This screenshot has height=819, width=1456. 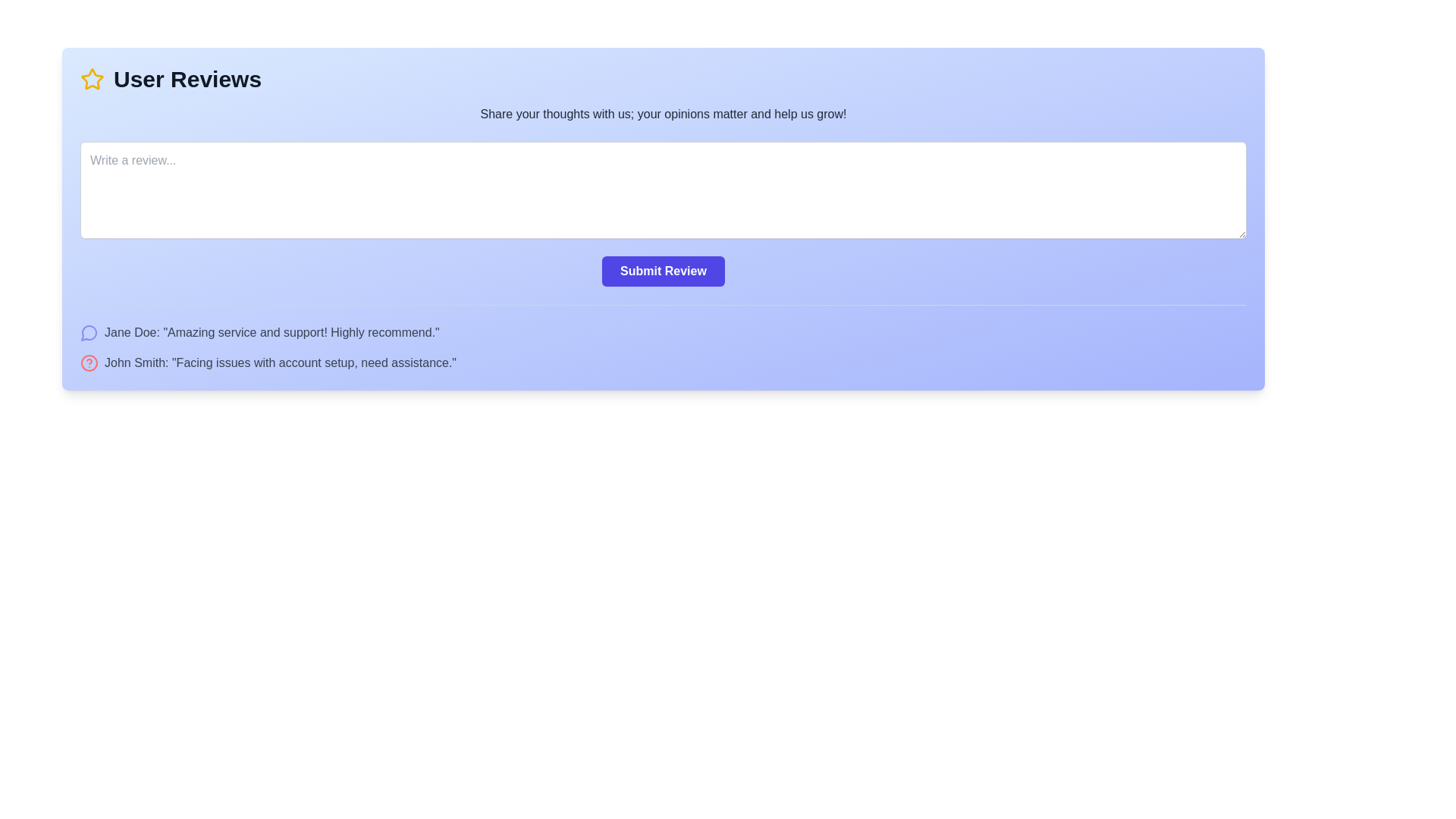 What do you see at coordinates (88, 332) in the screenshot?
I see `the vector graphic icon next to the user review by 'John Smith' in the review section, which visually represents an interactive component related to user feedback` at bounding box center [88, 332].